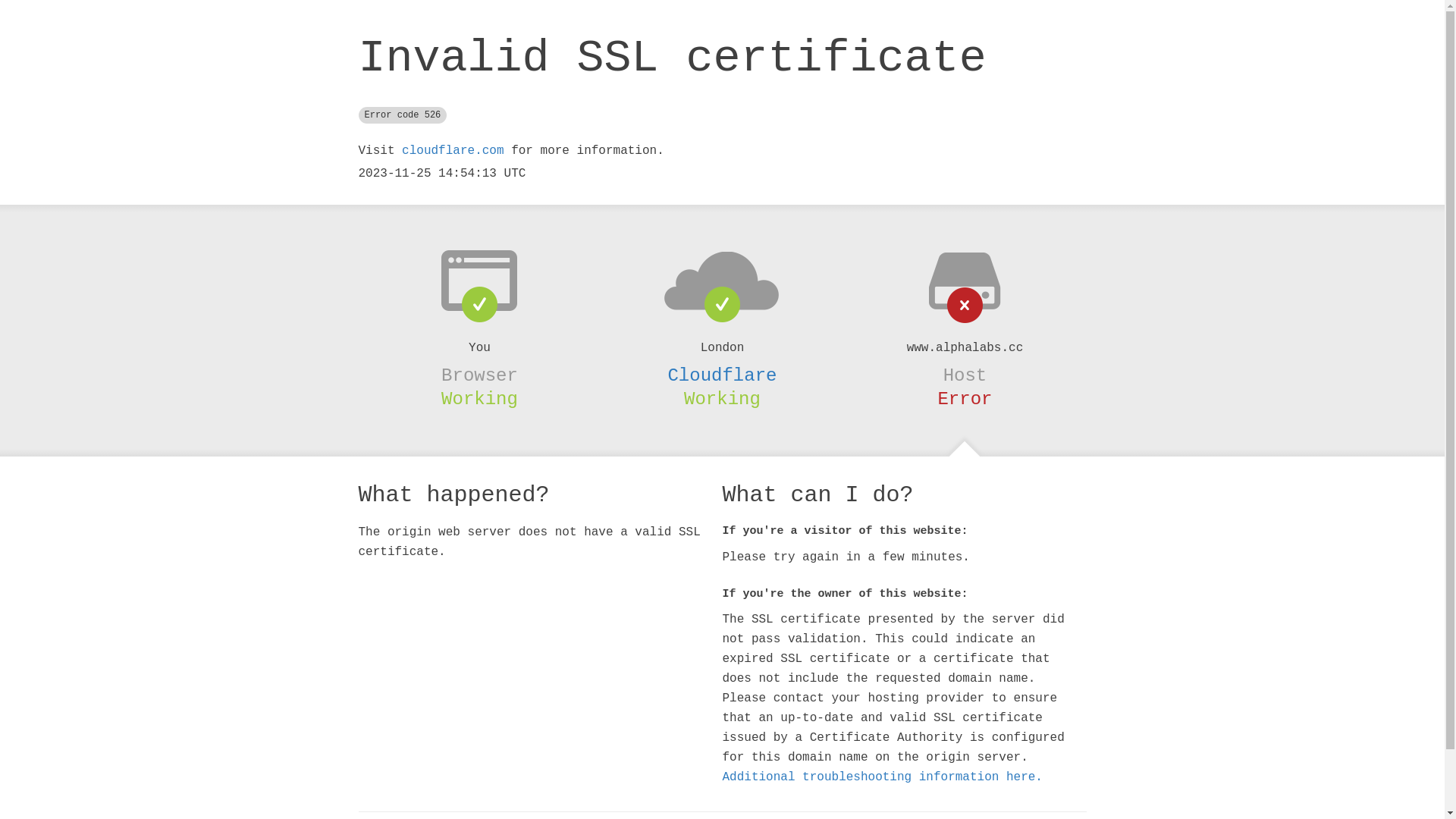  Describe the element at coordinates (720, 375) in the screenshot. I see `'Cloudflare'` at that location.